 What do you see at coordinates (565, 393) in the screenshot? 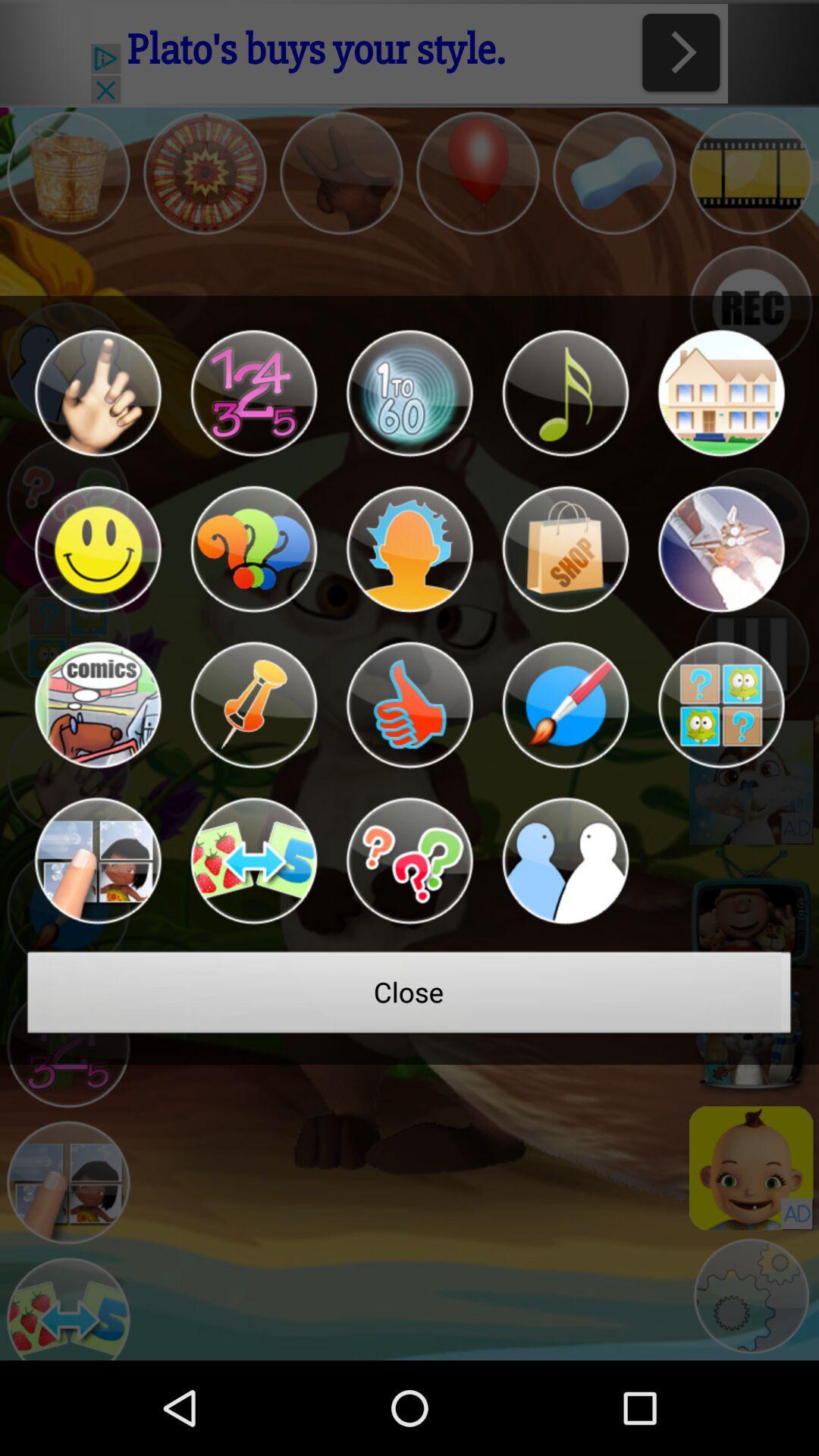
I see `open music app` at bounding box center [565, 393].